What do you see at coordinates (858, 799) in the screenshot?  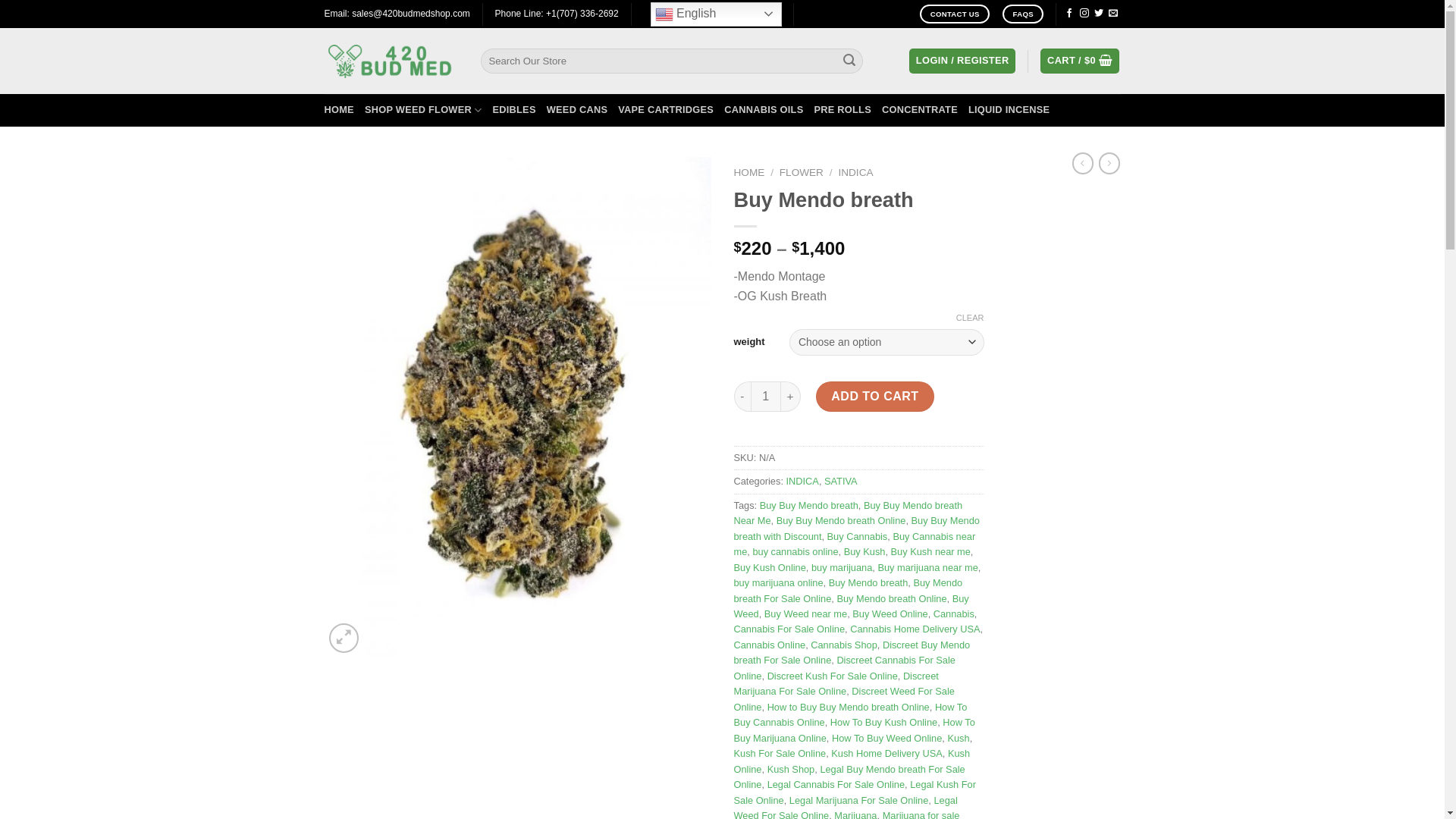 I see `'Legal Marijuana For Sale Online'` at bounding box center [858, 799].